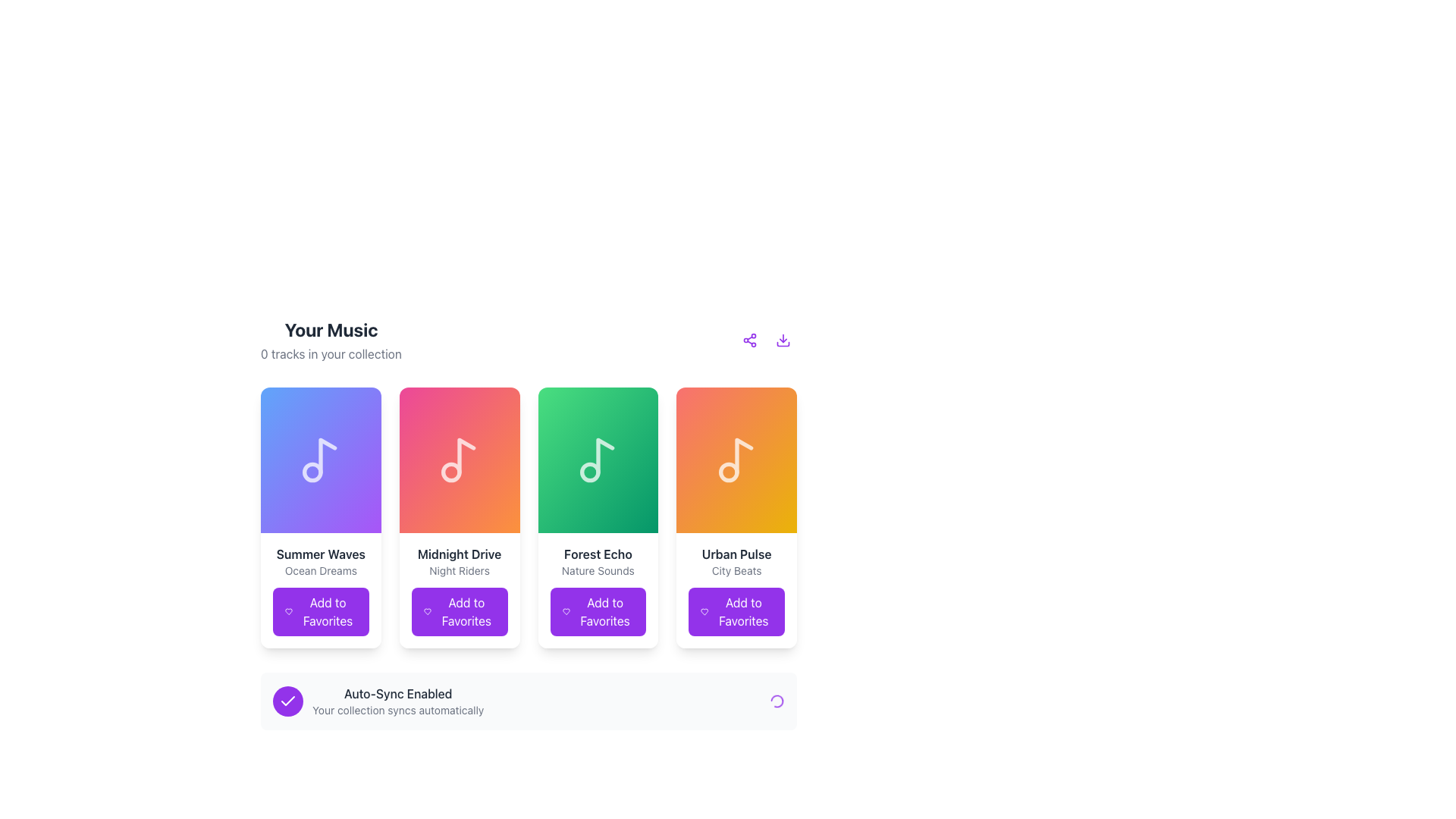 The width and height of the screenshot is (1456, 819). I want to click on the dismiss button located at the top-right corner of the 'Forest Echo' card, so click(637, 408).